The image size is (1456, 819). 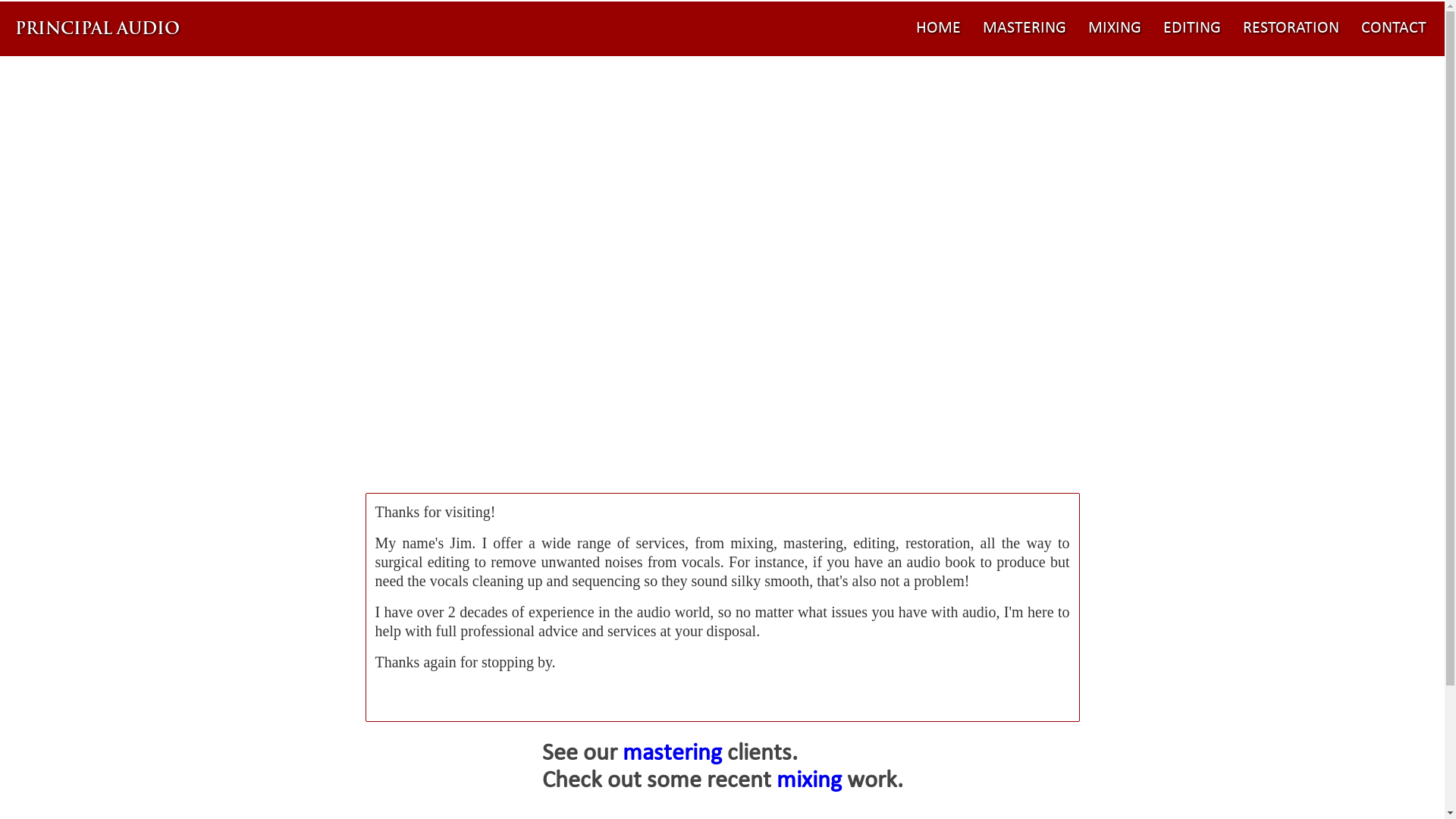 What do you see at coordinates (1114, 28) in the screenshot?
I see `'MIXING'` at bounding box center [1114, 28].